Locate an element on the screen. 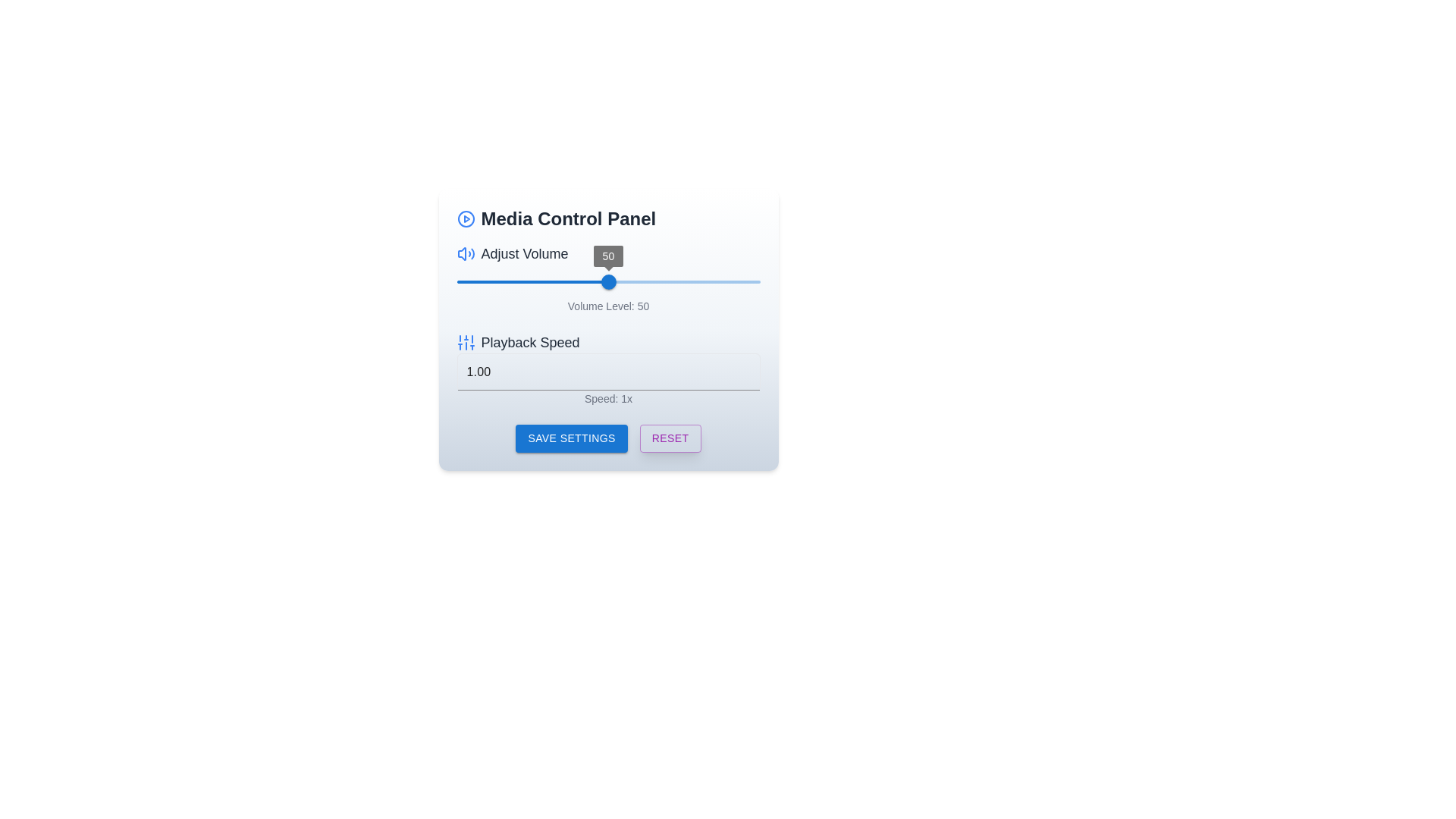 Image resolution: width=1456 pixels, height=819 pixels. the horizontal slider control's track to adjust the volume level, which is displayed below the slider as 'Volume Level: 50' is located at coordinates (608, 281).